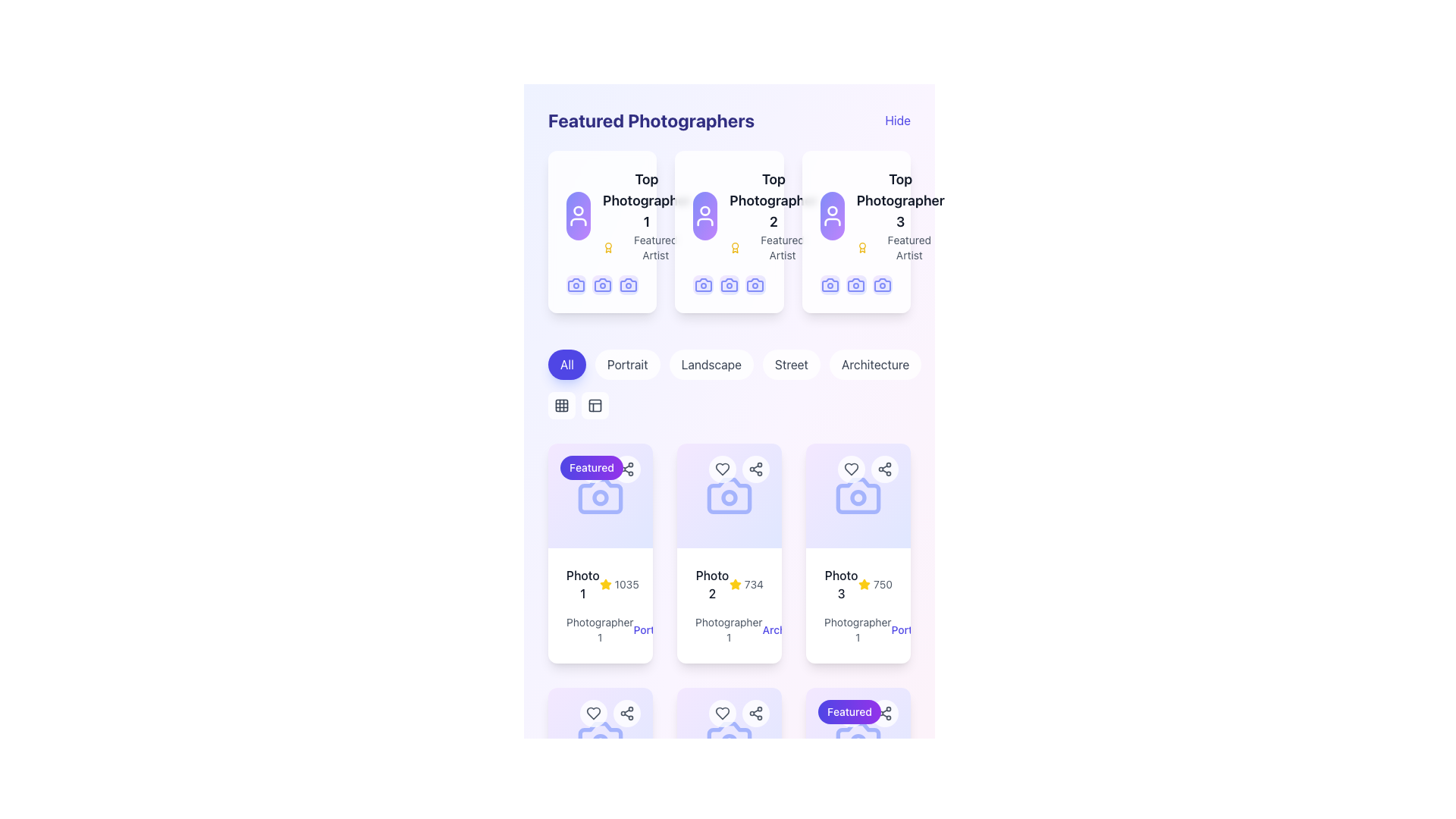 The width and height of the screenshot is (1456, 819). I want to click on the 'Street' button, which is the fourth button in a horizontal group of five buttons, to filter content by street photography, so click(790, 365).